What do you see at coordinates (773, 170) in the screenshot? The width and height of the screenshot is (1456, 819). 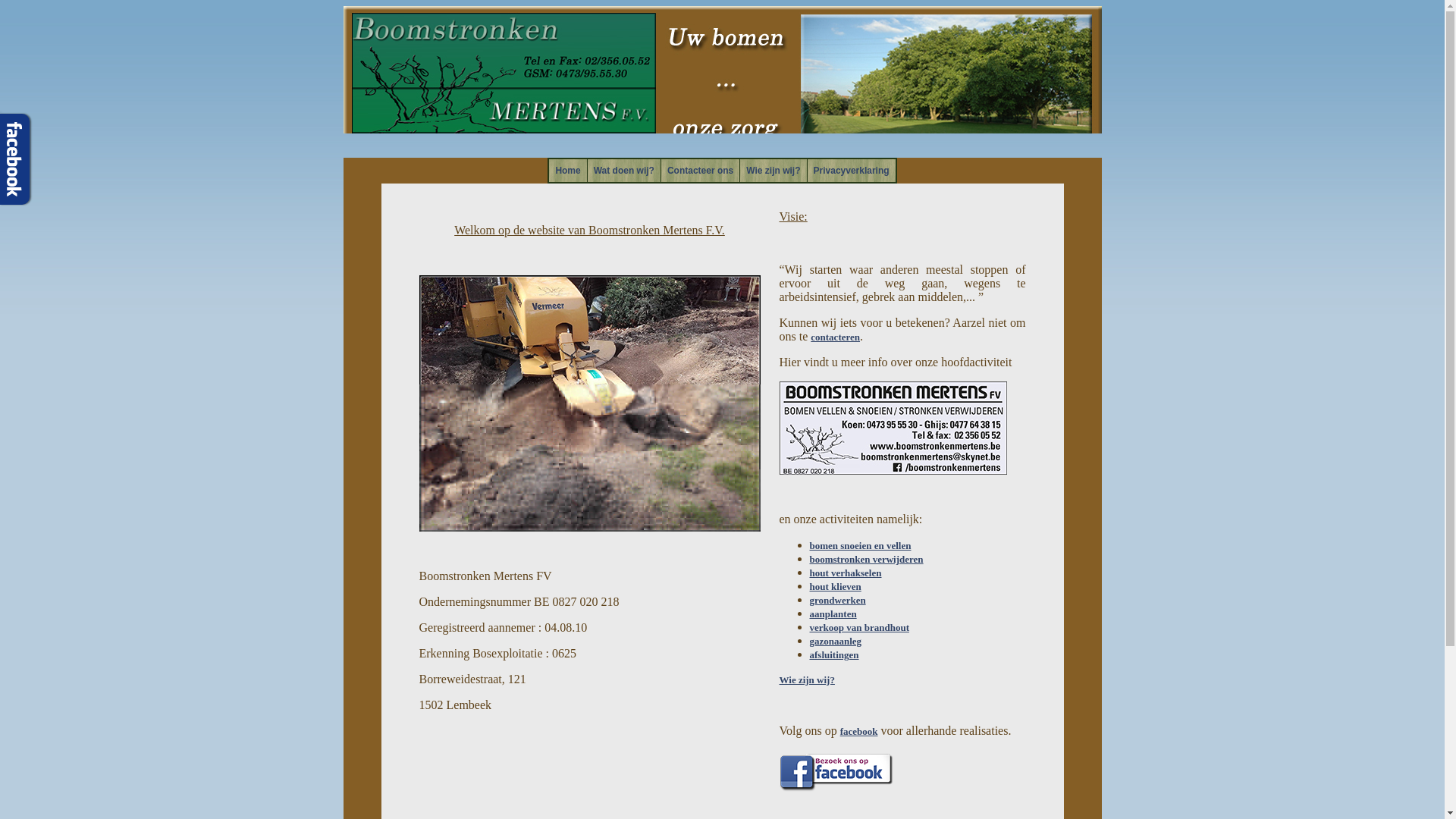 I see `'Wie zijn wij?'` at bounding box center [773, 170].